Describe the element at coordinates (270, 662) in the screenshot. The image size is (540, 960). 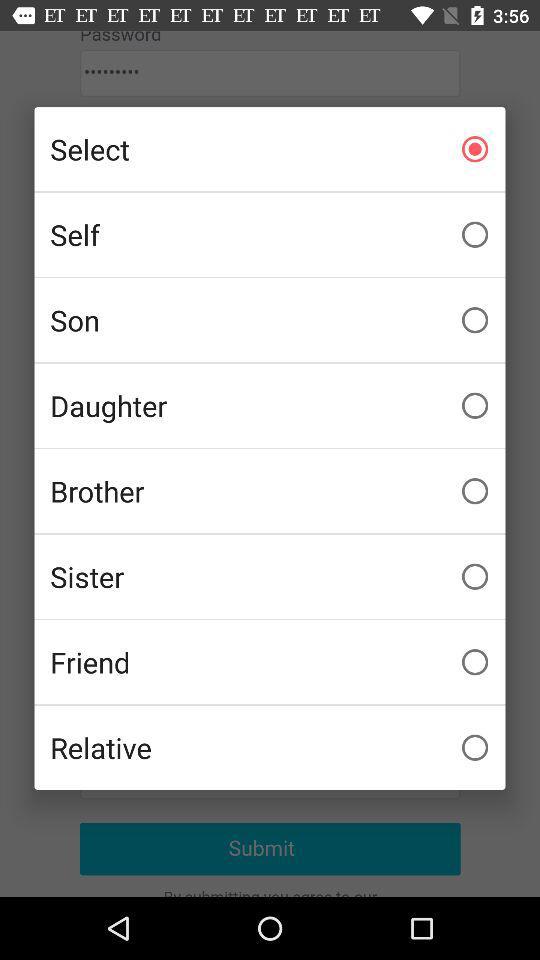
I see `the checkbox below sister` at that location.